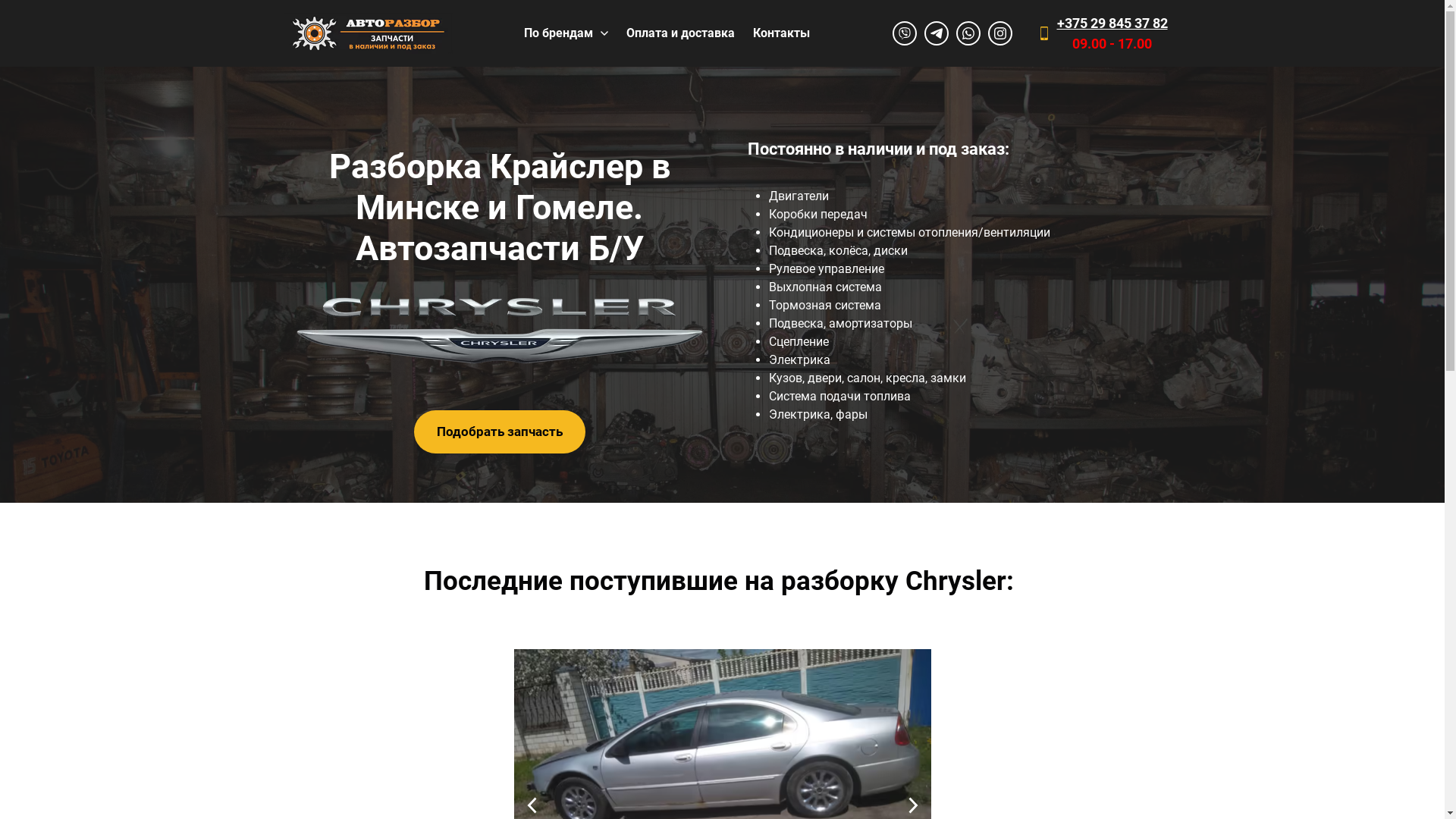 The image size is (1456, 819). Describe the element at coordinates (1056, 23) in the screenshot. I see `'+375 29 845 37 82'` at that location.